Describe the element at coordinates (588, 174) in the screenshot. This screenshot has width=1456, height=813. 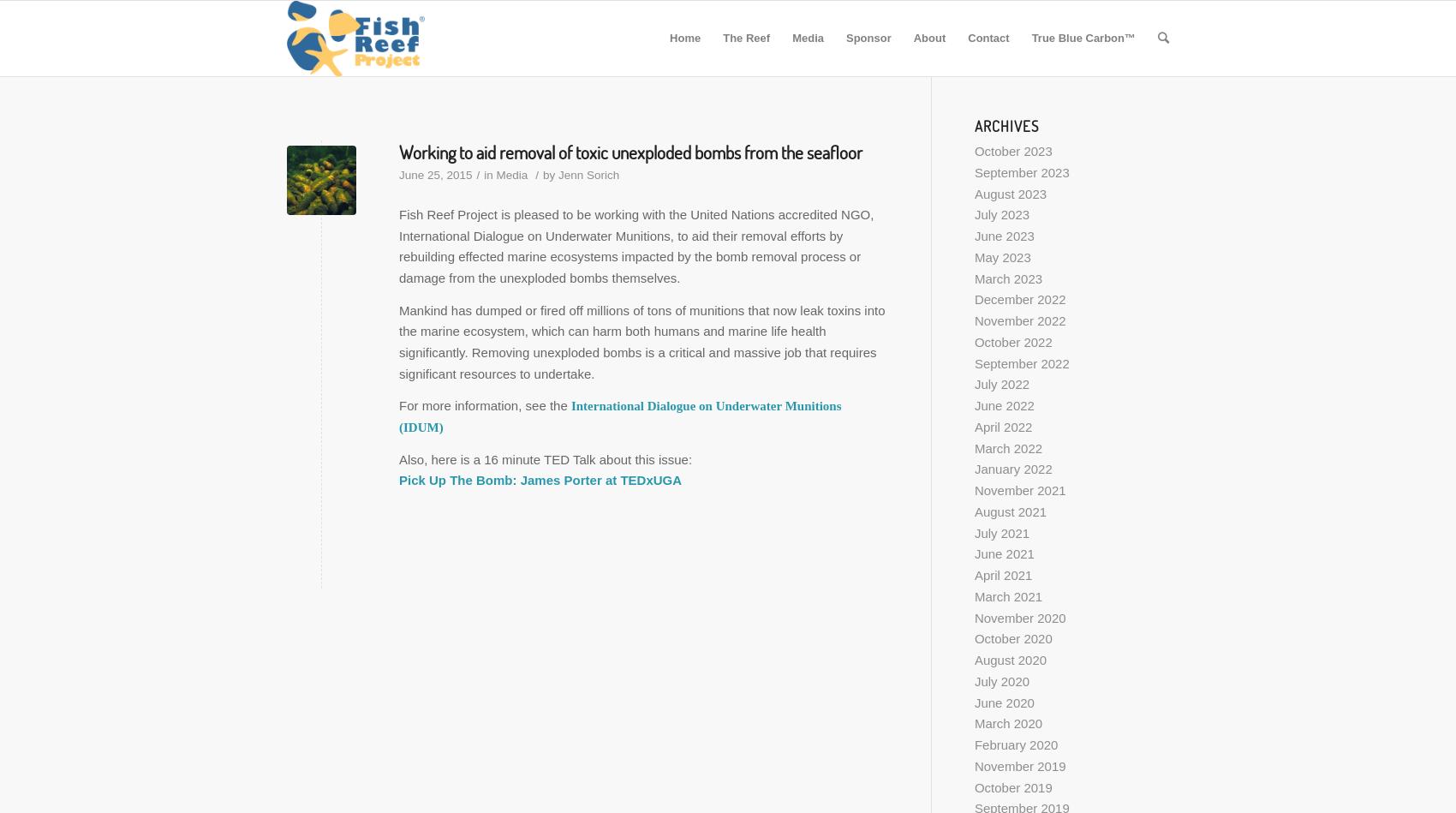
I see `'Jenn Sorich'` at that location.